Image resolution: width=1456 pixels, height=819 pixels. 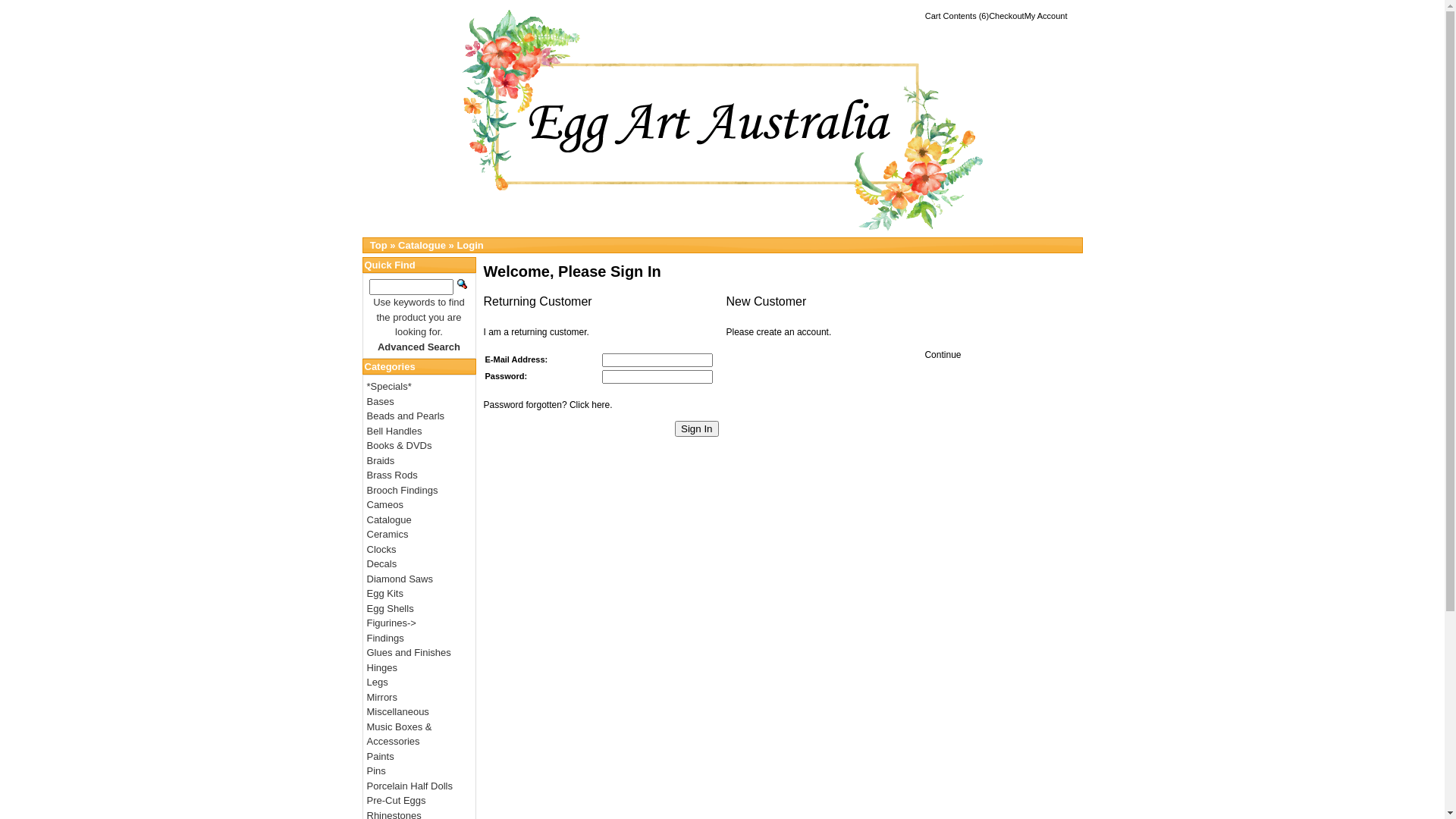 What do you see at coordinates (367, 756) in the screenshot?
I see `'Paints'` at bounding box center [367, 756].